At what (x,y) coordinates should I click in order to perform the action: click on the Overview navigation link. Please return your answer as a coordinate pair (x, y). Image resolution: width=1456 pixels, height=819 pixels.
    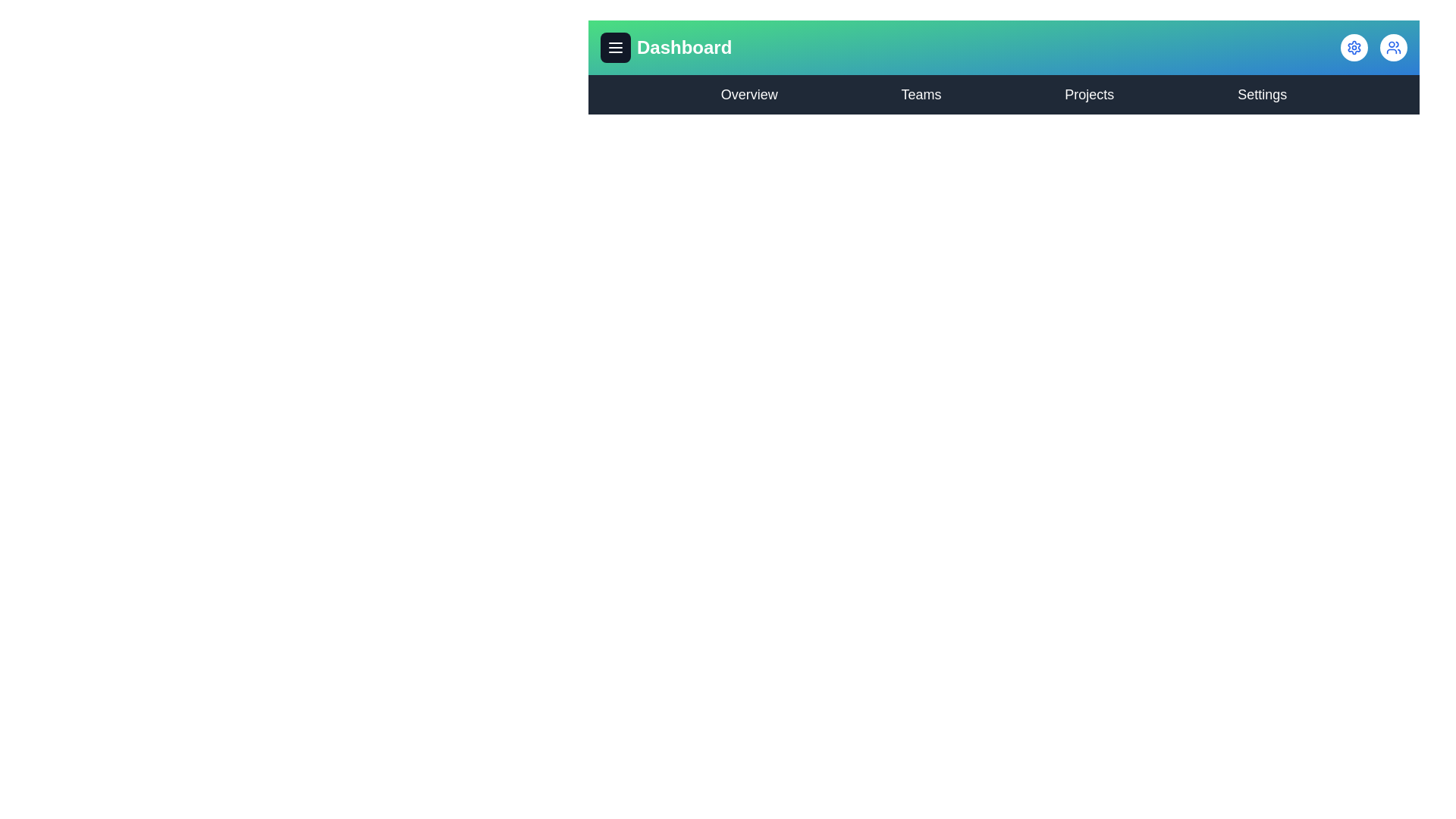
    Looking at the image, I should click on (749, 94).